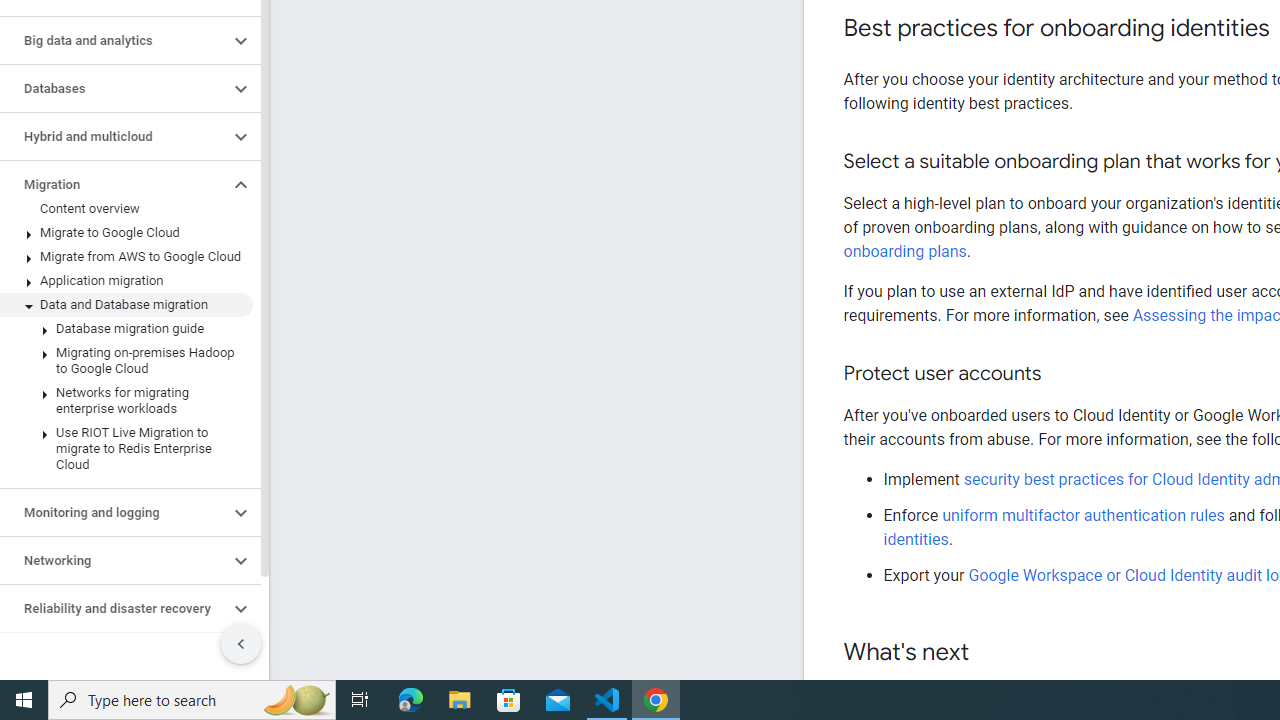 The image size is (1280, 720). What do you see at coordinates (1060, 374) in the screenshot?
I see `'Copy link to this section: Protect user accounts'` at bounding box center [1060, 374].